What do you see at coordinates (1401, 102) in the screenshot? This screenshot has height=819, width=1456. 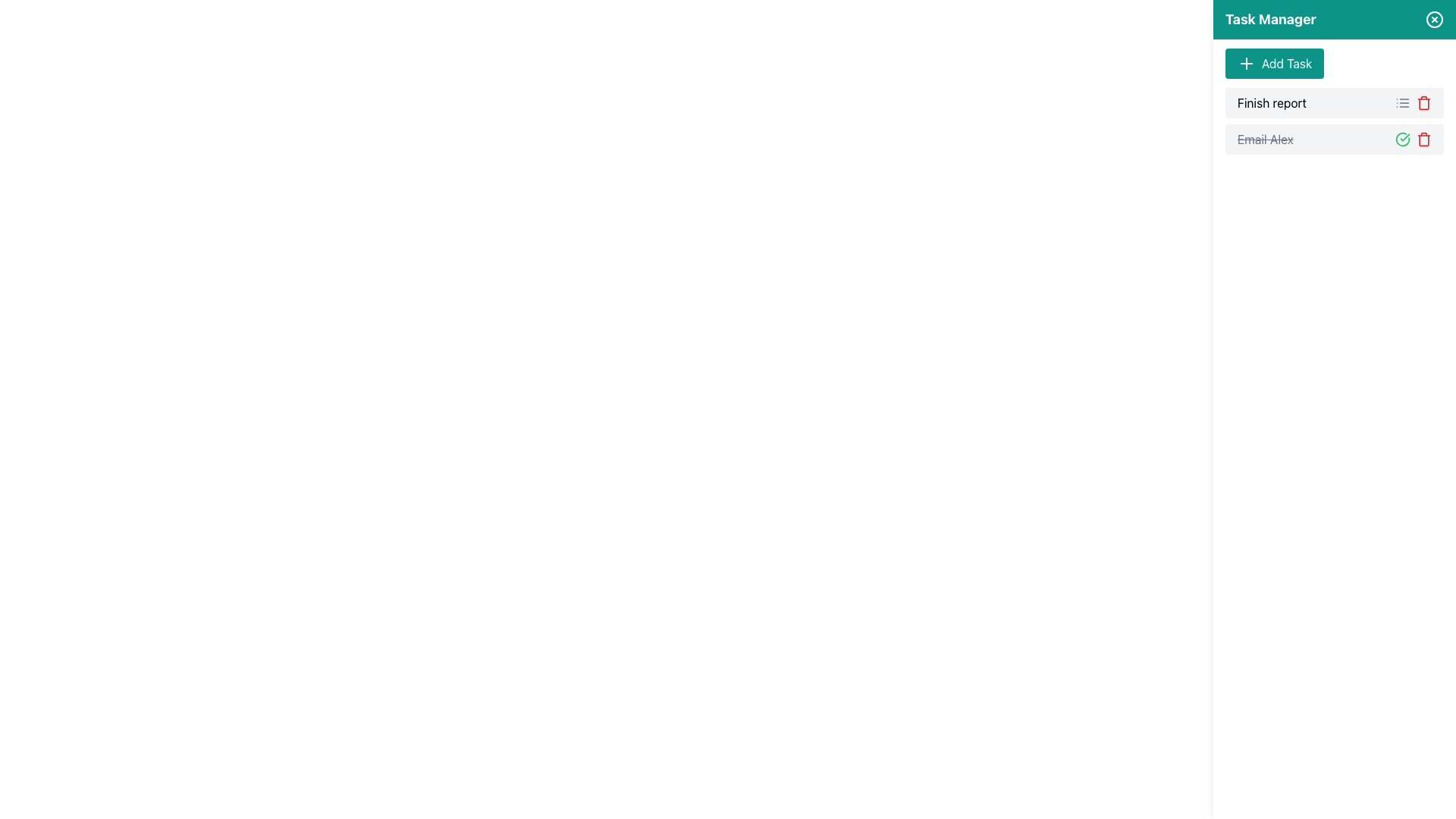 I see `the interactive button located to the right of the 'Finish report' task in the vertical task list of the 'Task Manager' panel` at bounding box center [1401, 102].